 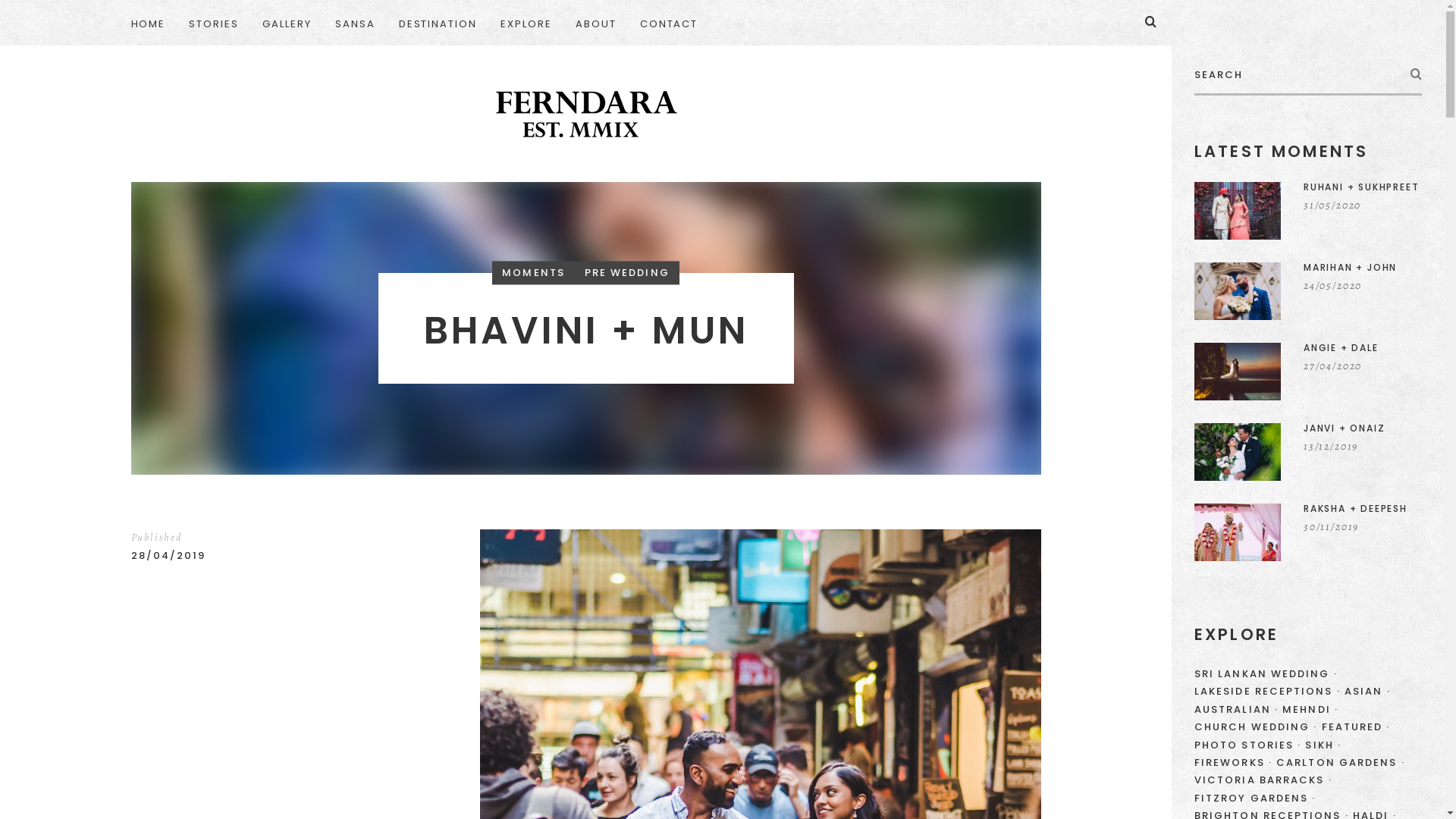 I want to click on 'MARIHAN + JOHN, so click(x=1307, y=291).